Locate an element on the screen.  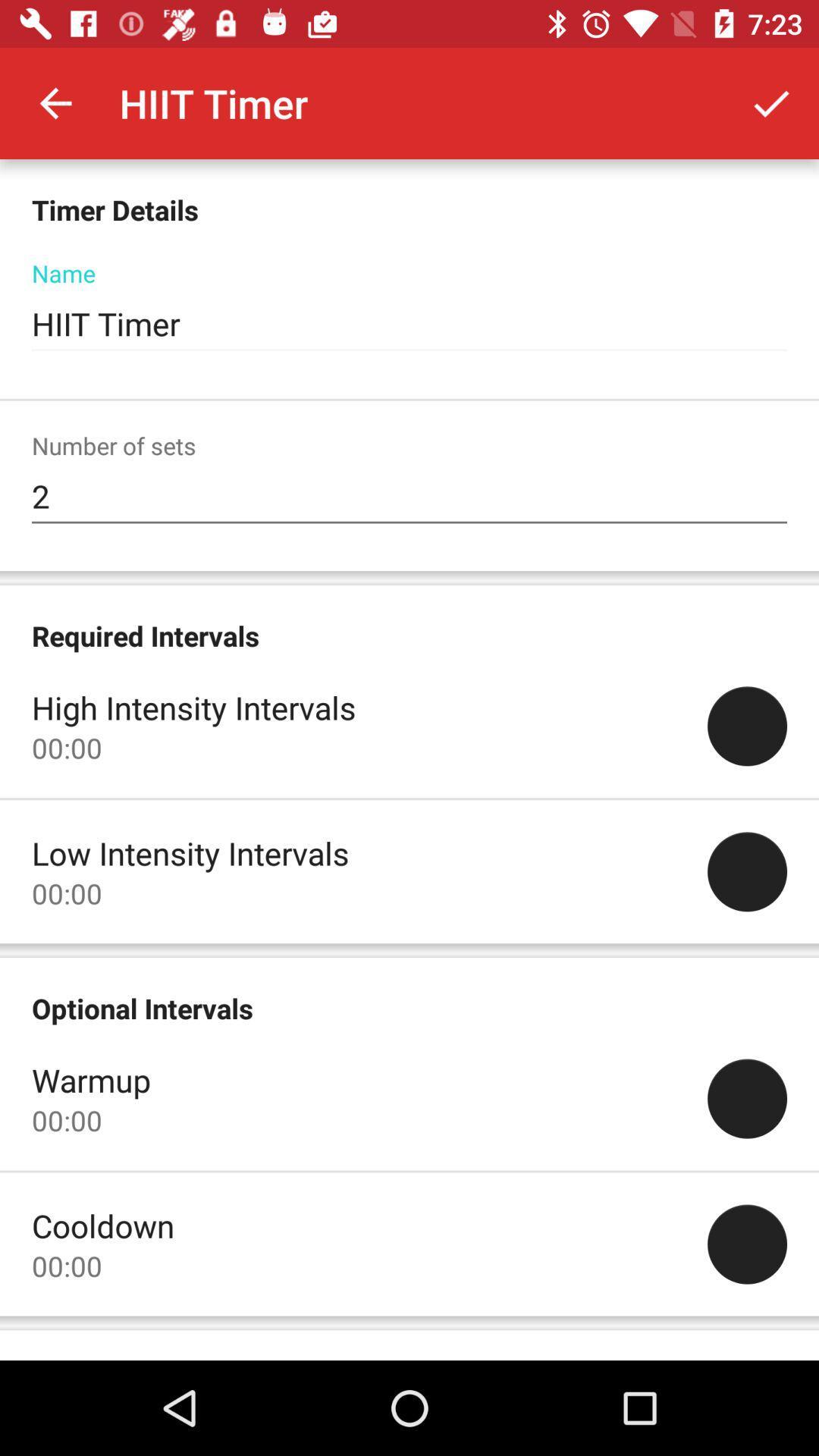
the button which is next to the hiit timer is located at coordinates (771, 103).